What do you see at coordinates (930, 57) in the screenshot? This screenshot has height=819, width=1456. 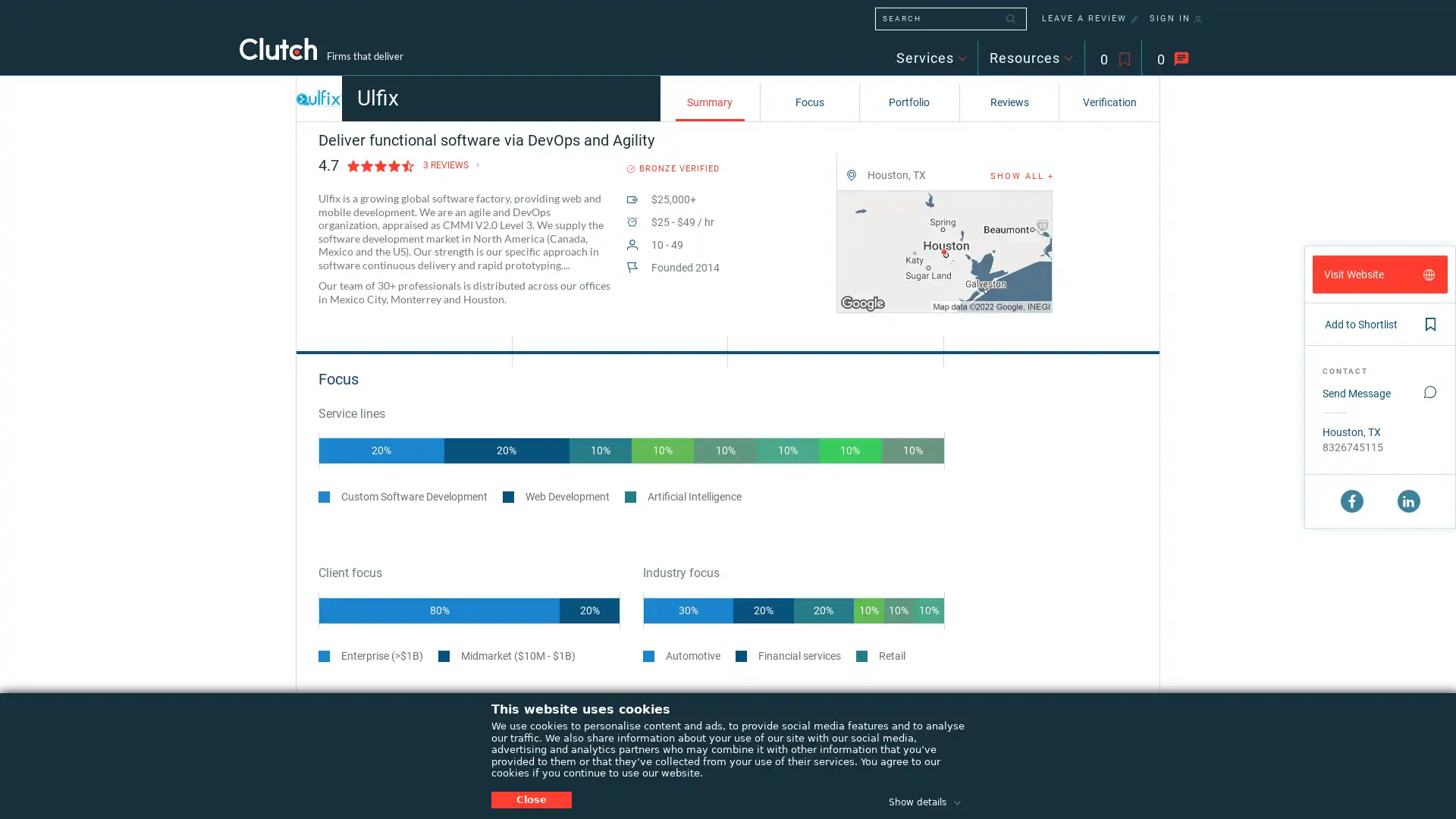 I see `Services` at bounding box center [930, 57].